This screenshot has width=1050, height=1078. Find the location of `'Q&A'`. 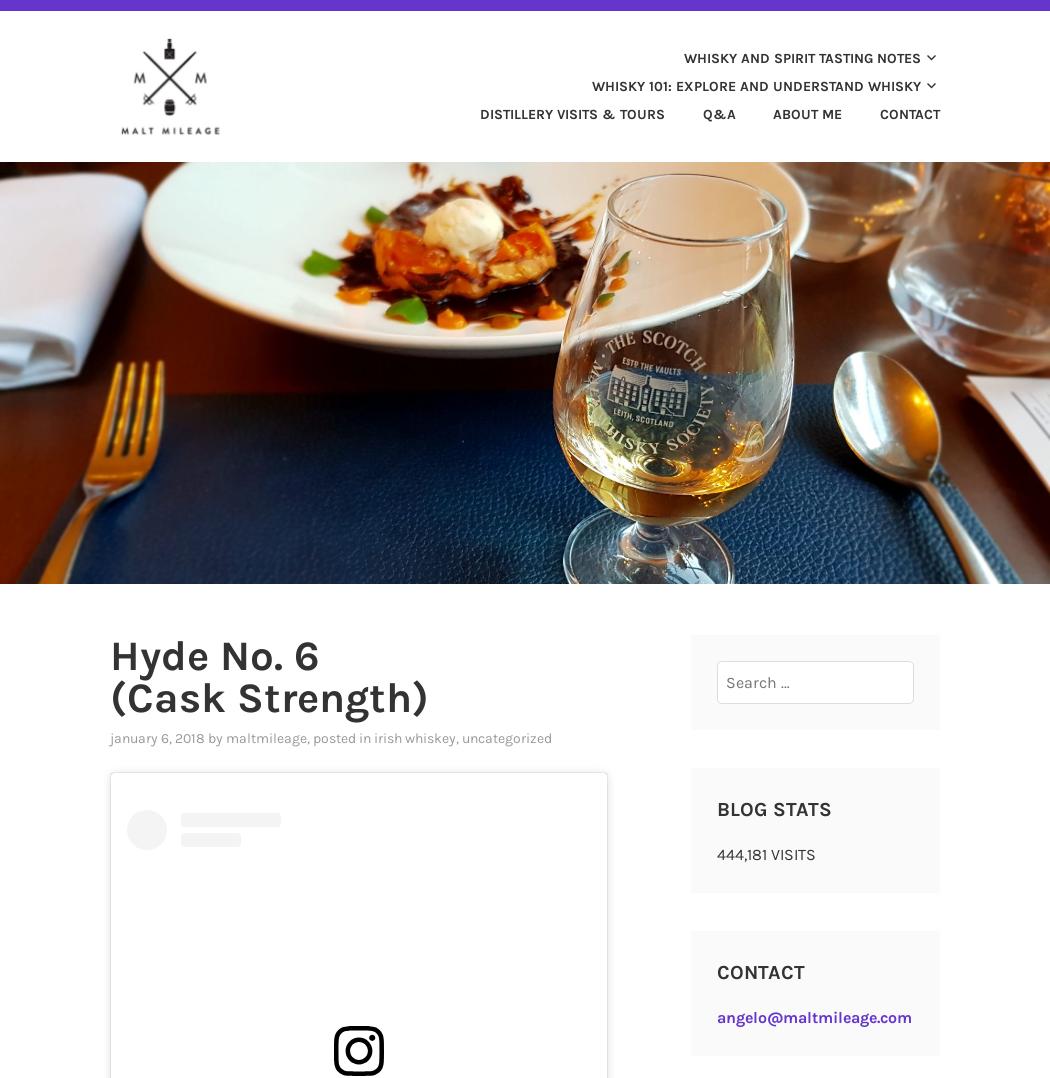

'Q&A' is located at coordinates (702, 112).